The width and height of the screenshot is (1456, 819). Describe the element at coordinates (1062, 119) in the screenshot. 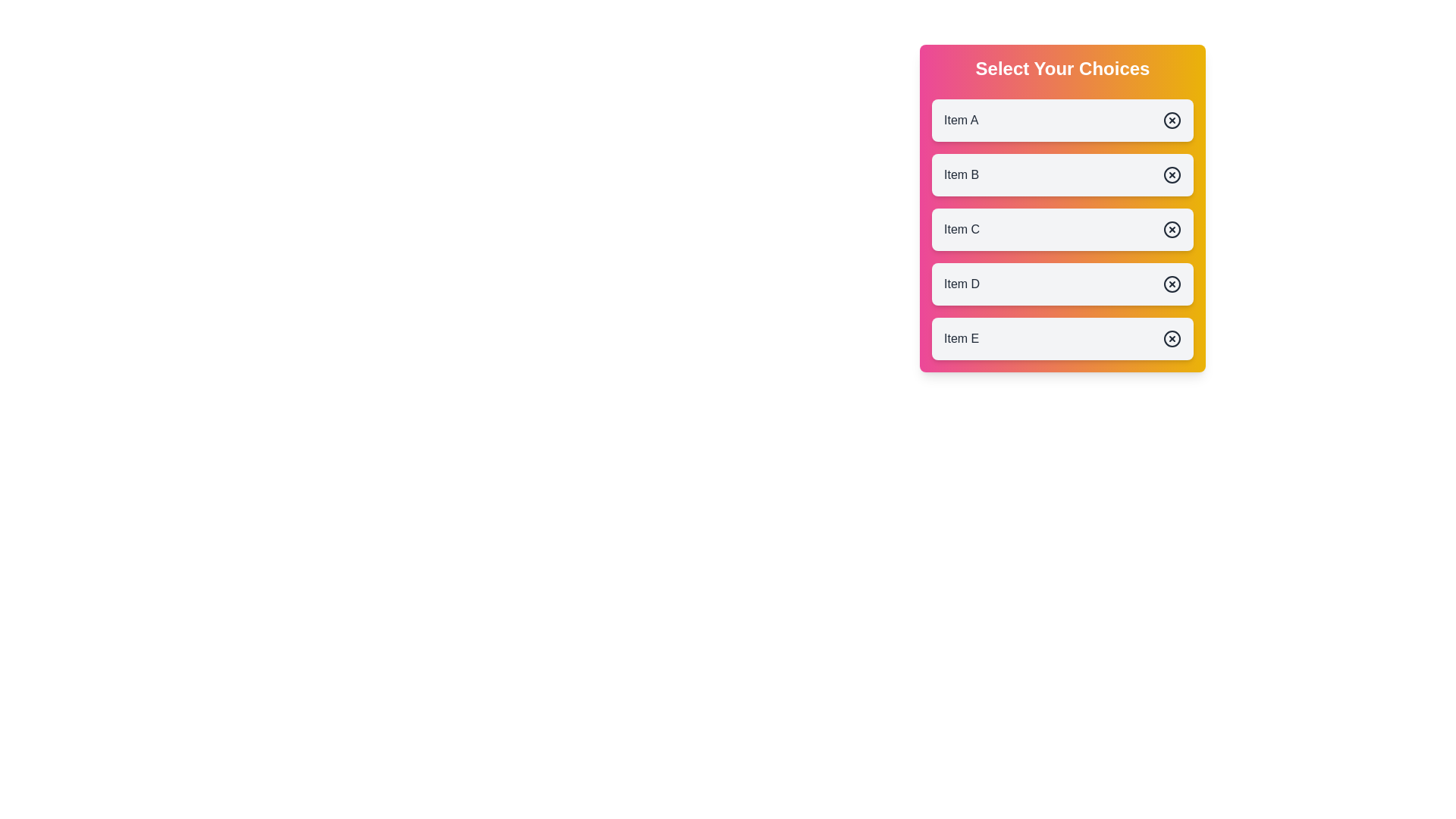

I see `the button labeled Item A to observe the animation` at that location.